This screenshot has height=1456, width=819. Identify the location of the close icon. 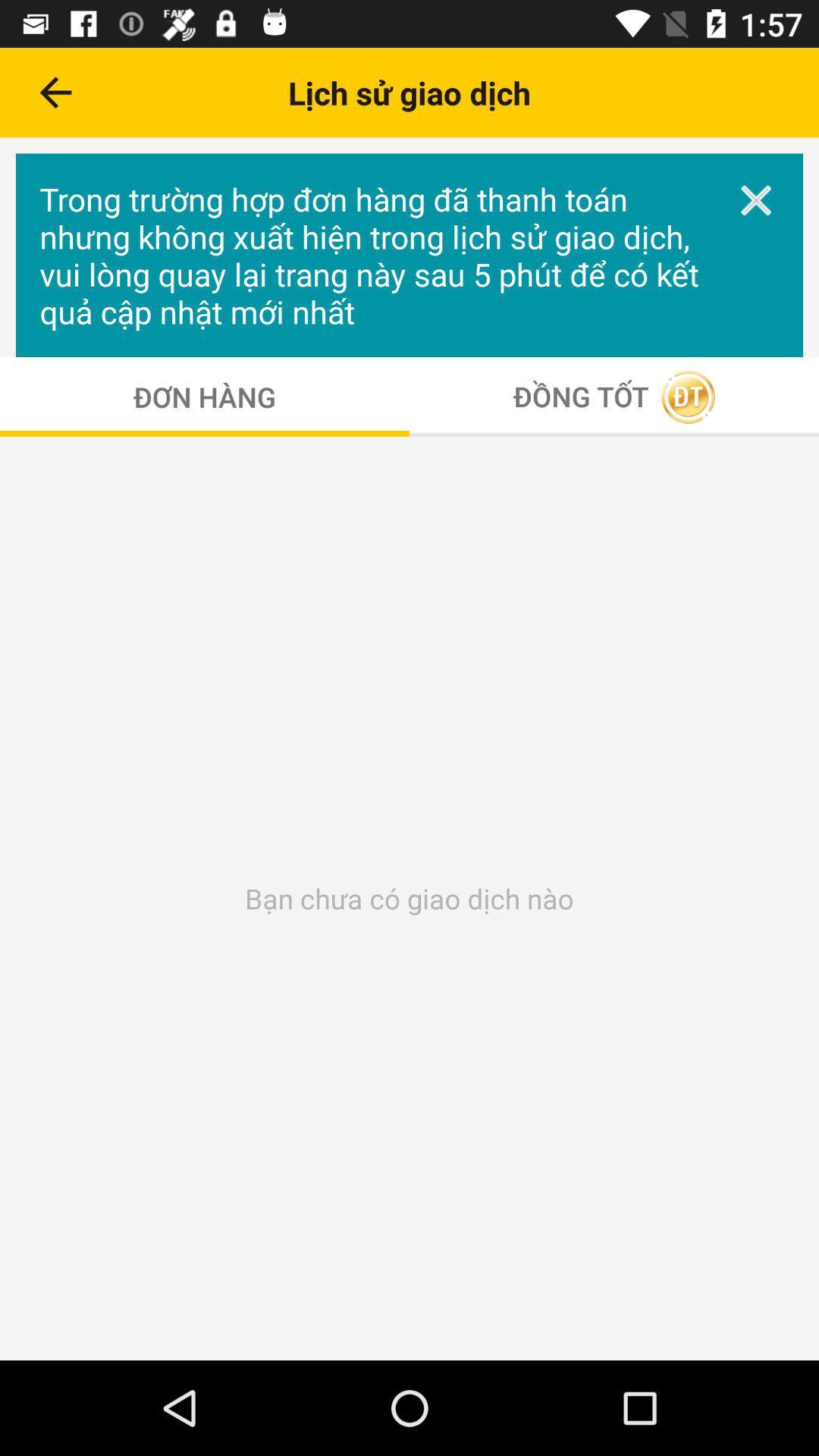
(756, 199).